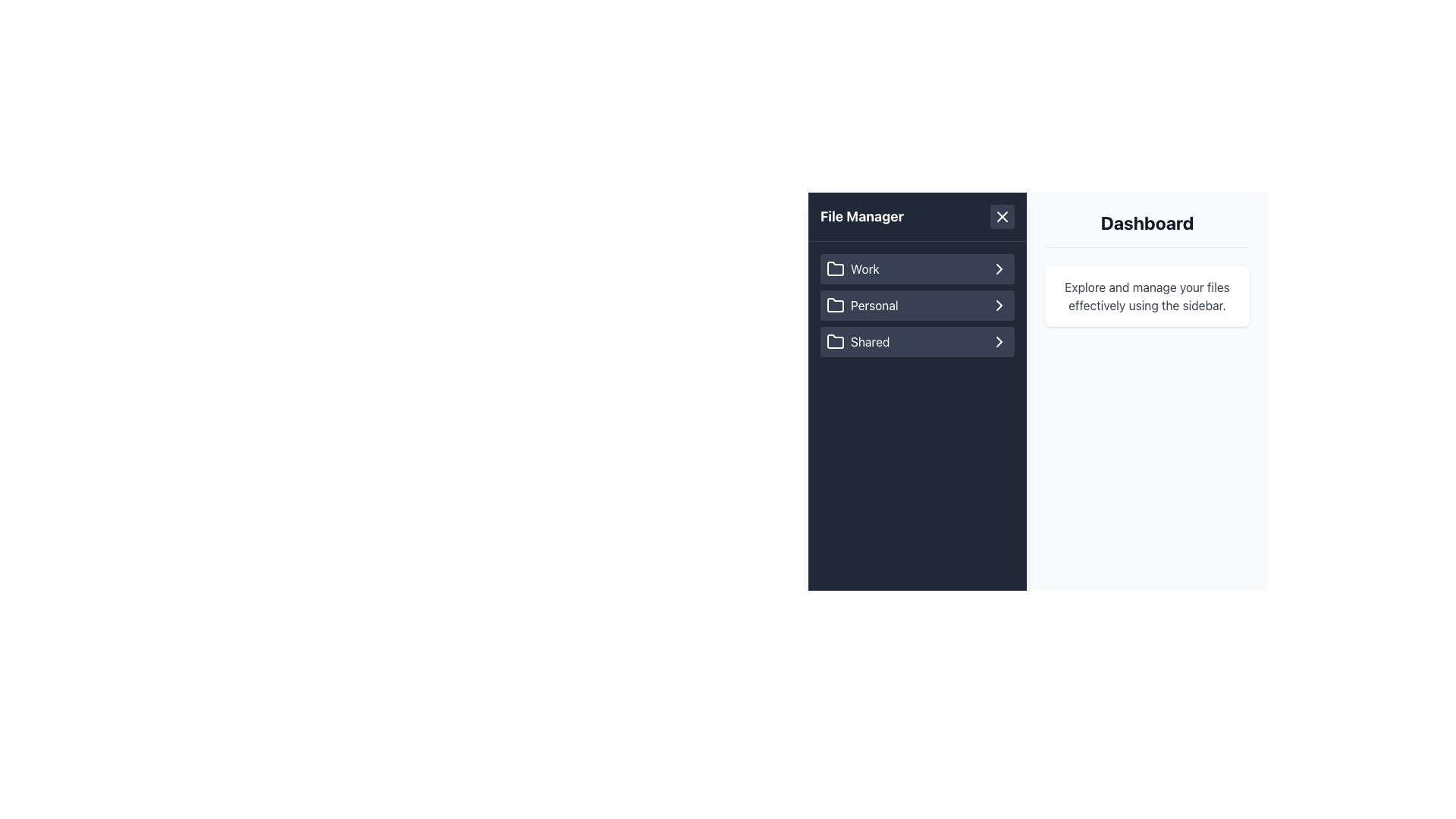  What do you see at coordinates (1147, 229) in the screenshot?
I see `the prominent 'Dashboard' text label located at the top section of the content area, which is styled in bold and large font` at bounding box center [1147, 229].